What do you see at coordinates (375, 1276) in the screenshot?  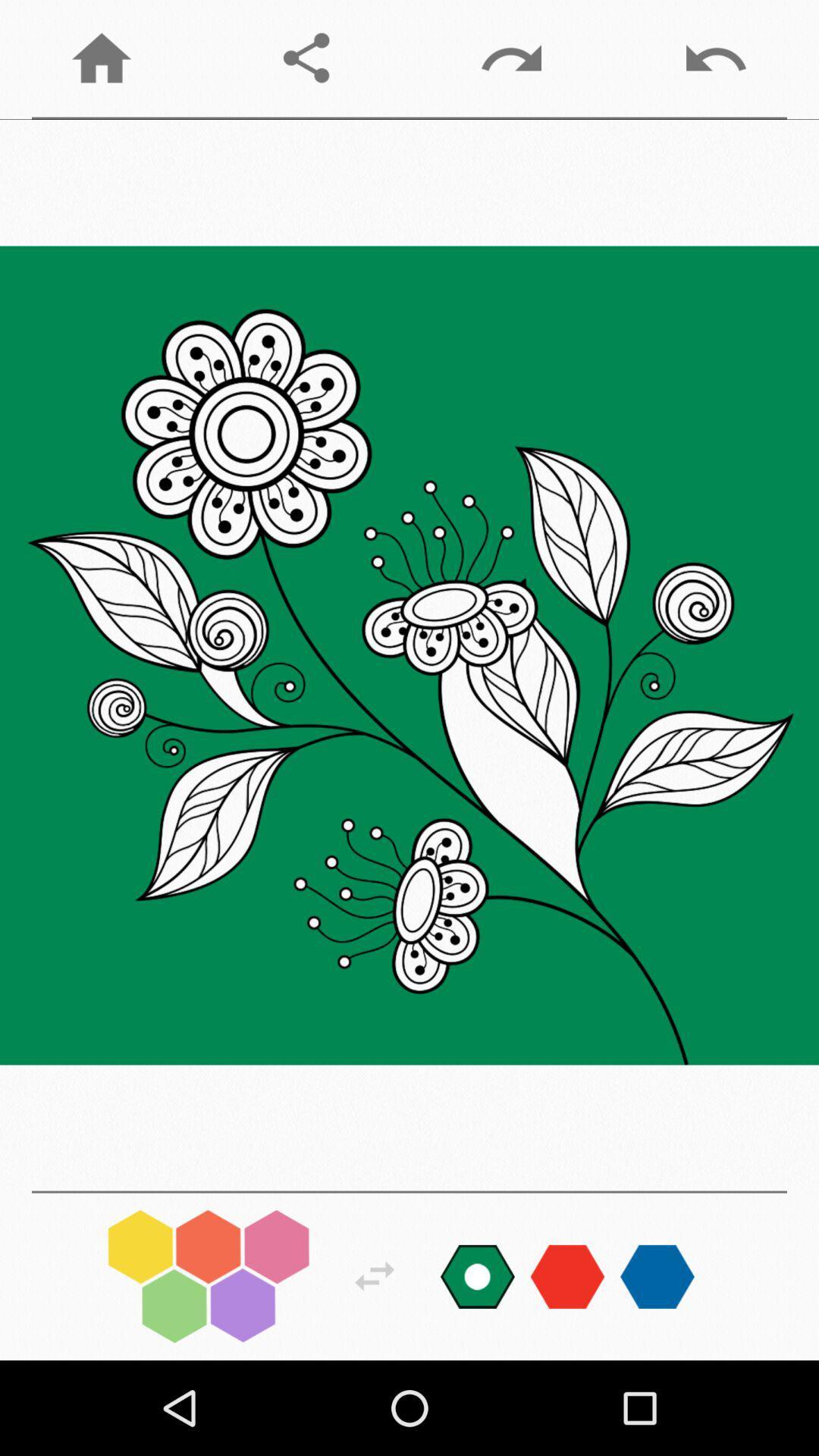 I see `the swap icon` at bounding box center [375, 1276].